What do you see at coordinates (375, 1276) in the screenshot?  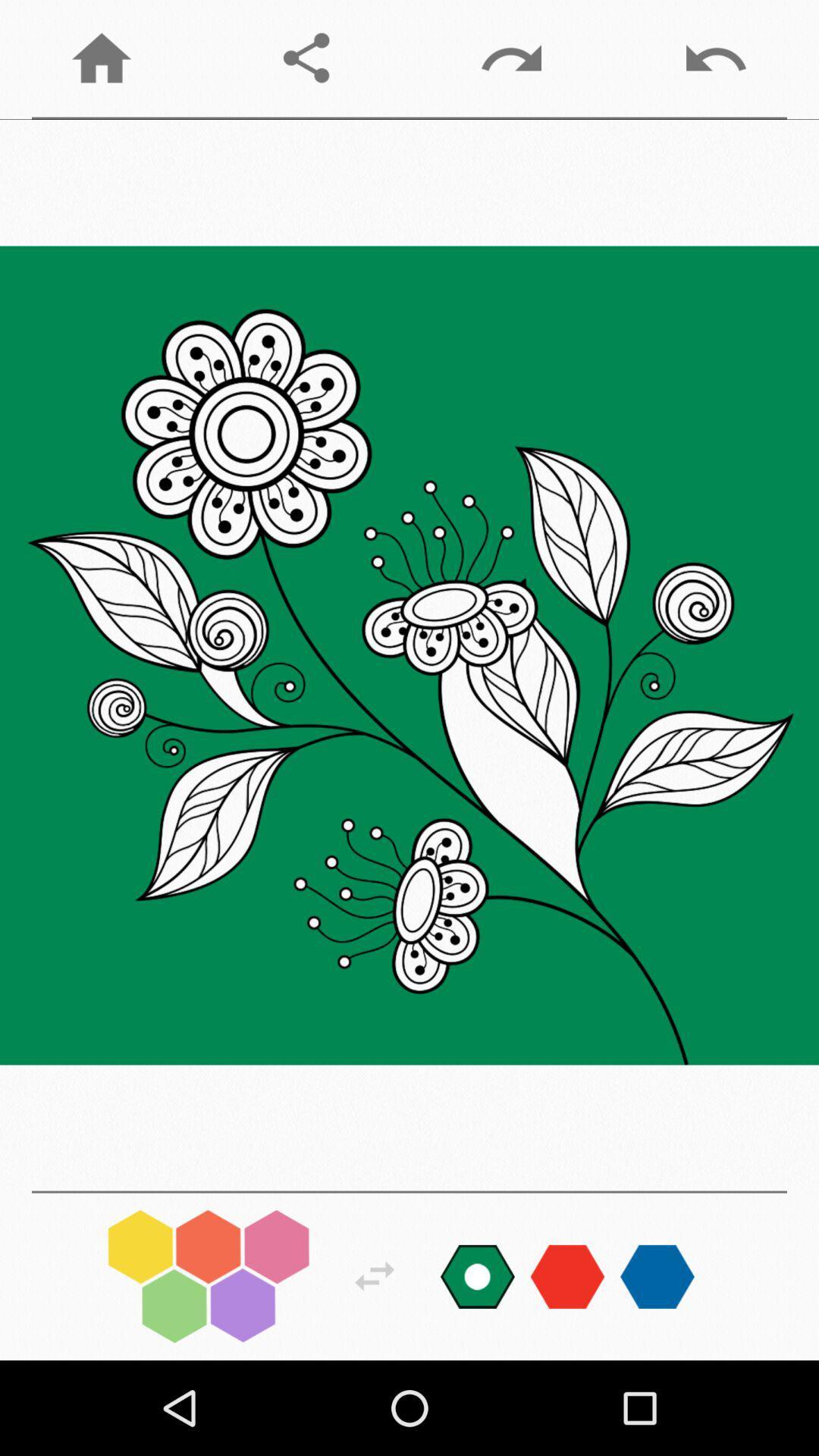 I see `the swap icon` at bounding box center [375, 1276].